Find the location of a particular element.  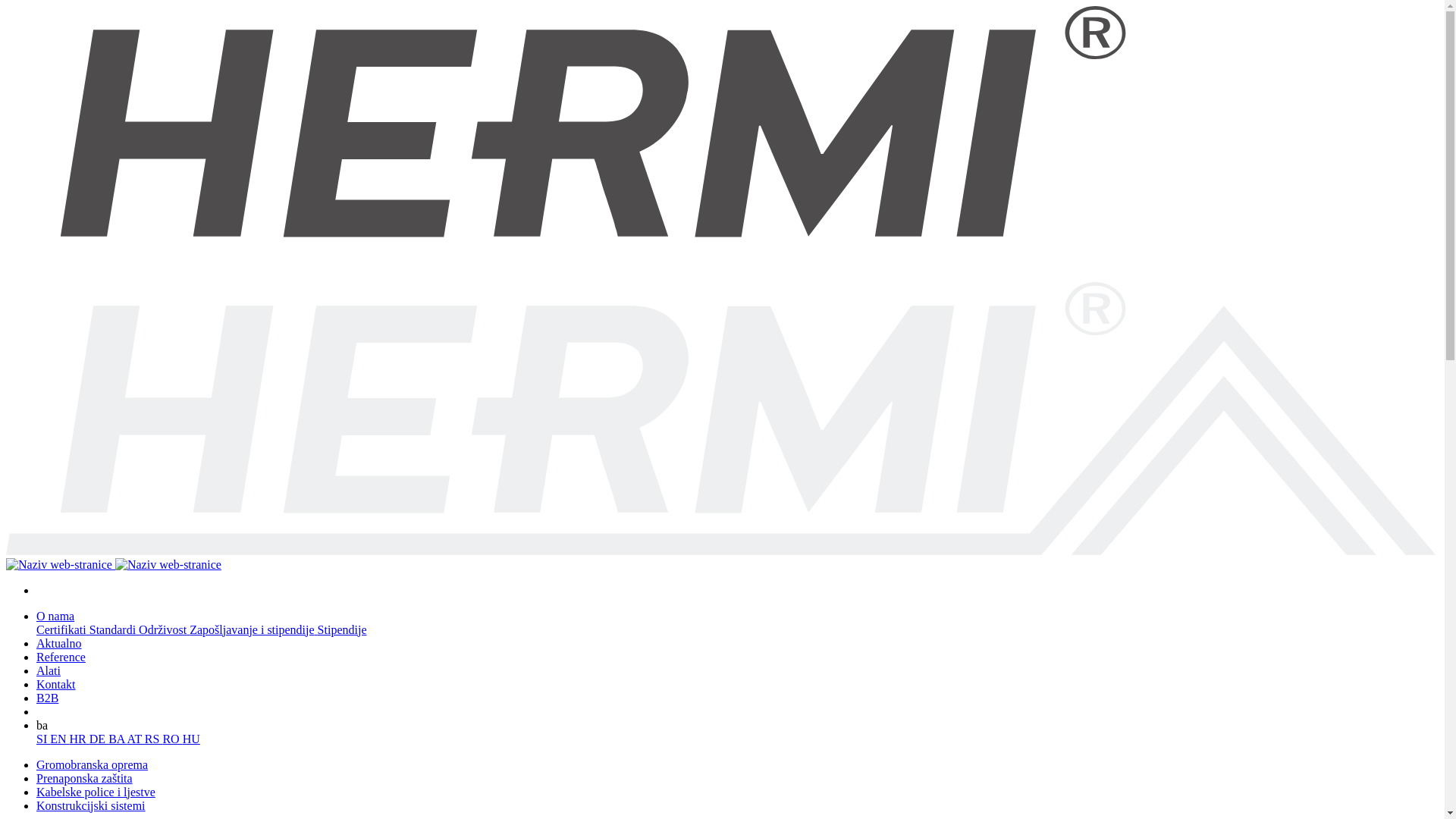

'HU' is located at coordinates (190, 738).